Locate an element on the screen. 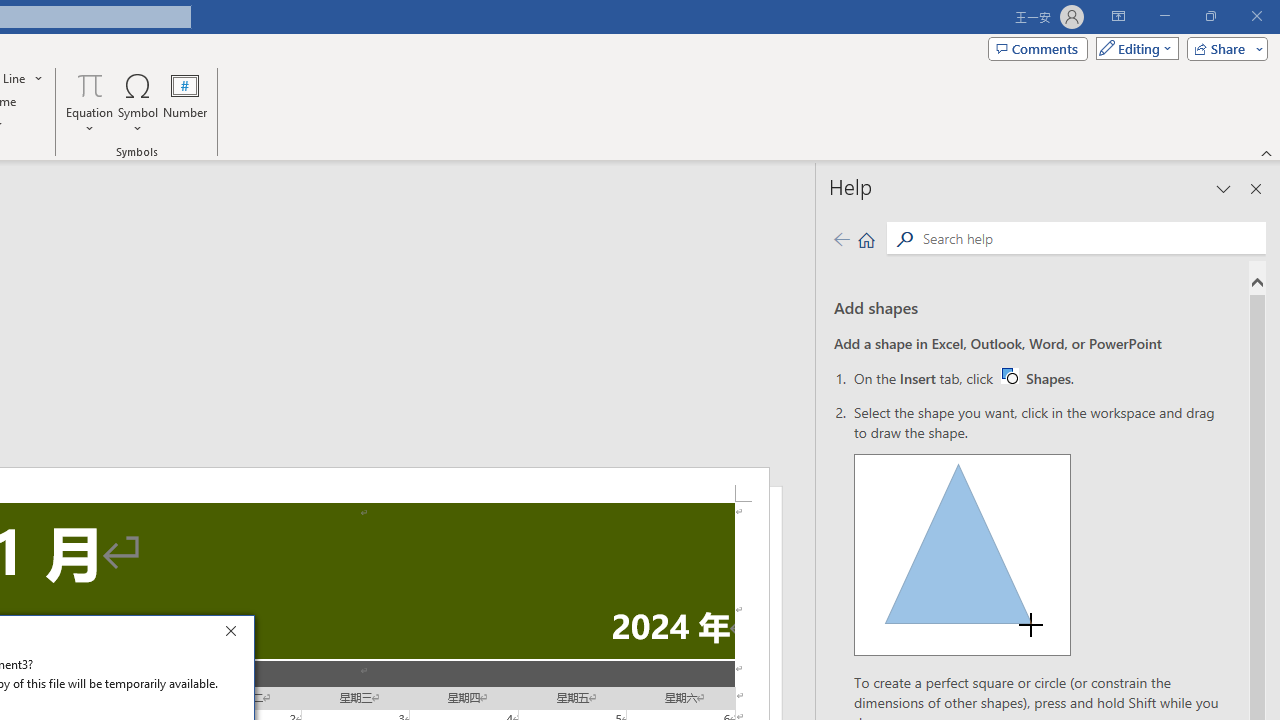  'Collapse the Ribbon' is located at coordinates (1266, 152).